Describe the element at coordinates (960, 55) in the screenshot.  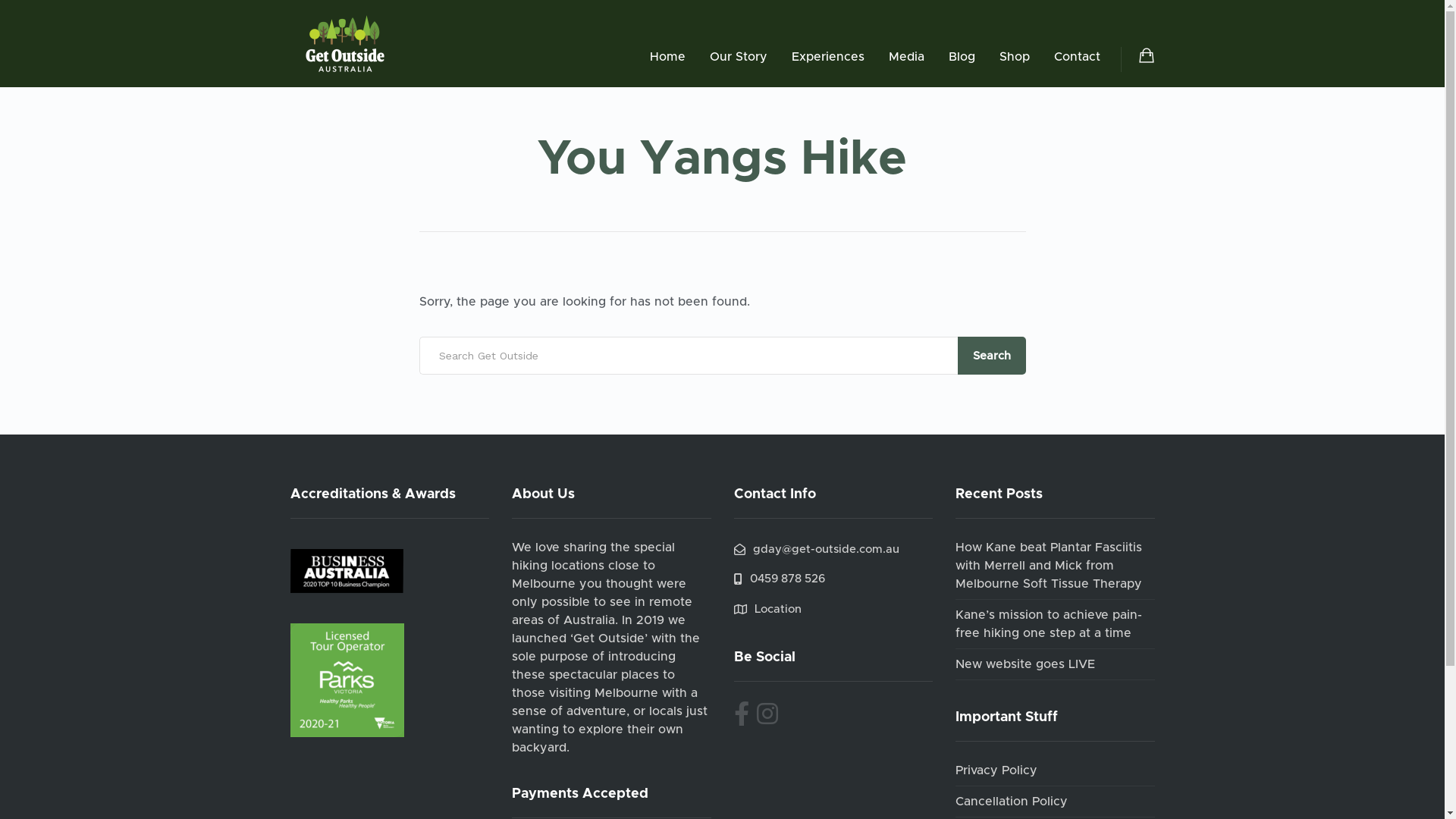
I see `'Blog'` at that location.